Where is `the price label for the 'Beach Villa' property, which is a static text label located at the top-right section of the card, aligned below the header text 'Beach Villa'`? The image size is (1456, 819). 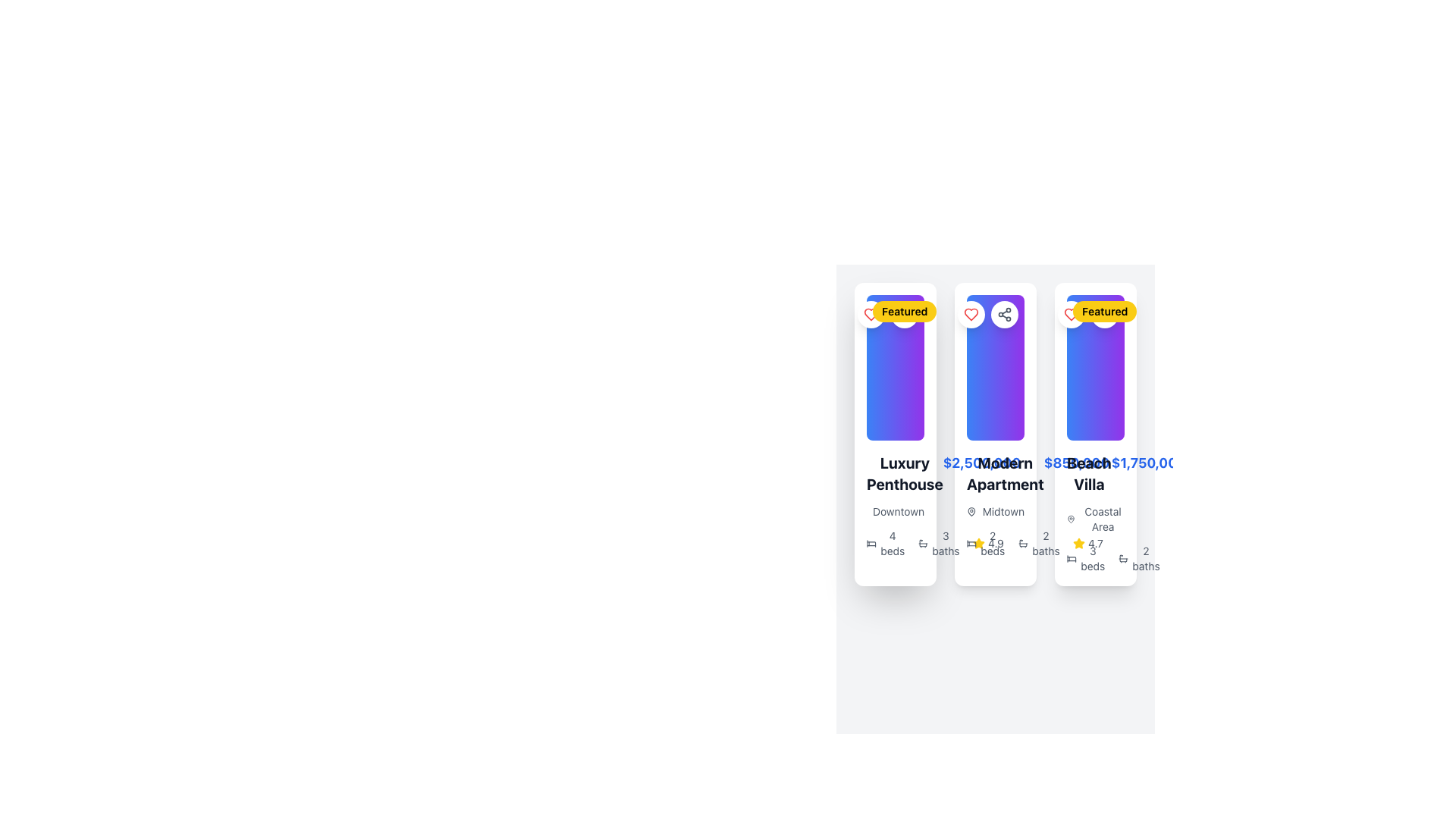
the price label for the 'Beach Villa' property, which is a static text label located at the top-right section of the card, aligned below the header text 'Beach Villa' is located at coordinates (1148, 462).